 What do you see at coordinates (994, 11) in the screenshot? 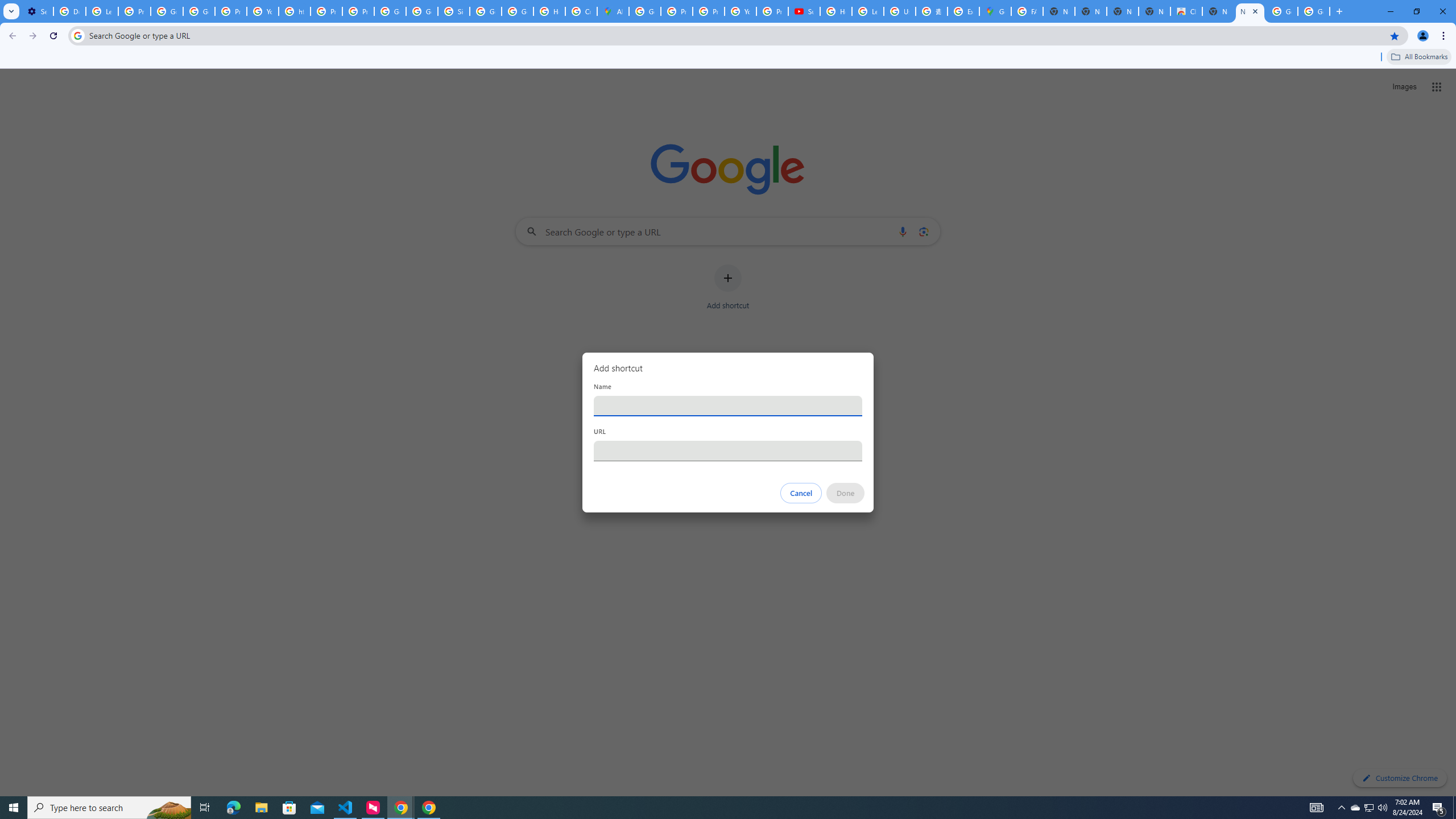
I see `'Google Maps'` at bounding box center [994, 11].